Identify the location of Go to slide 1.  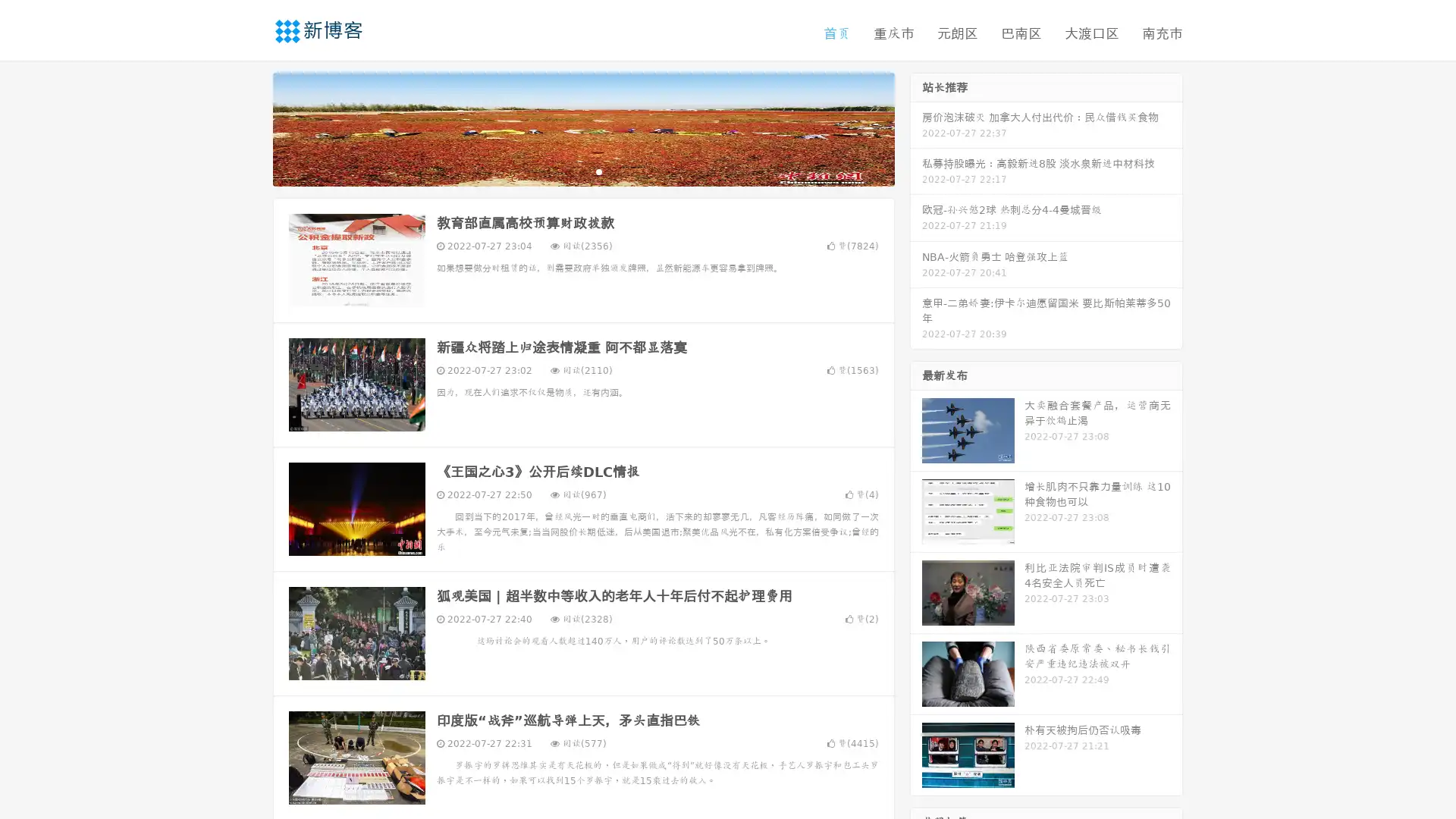
(567, 171).